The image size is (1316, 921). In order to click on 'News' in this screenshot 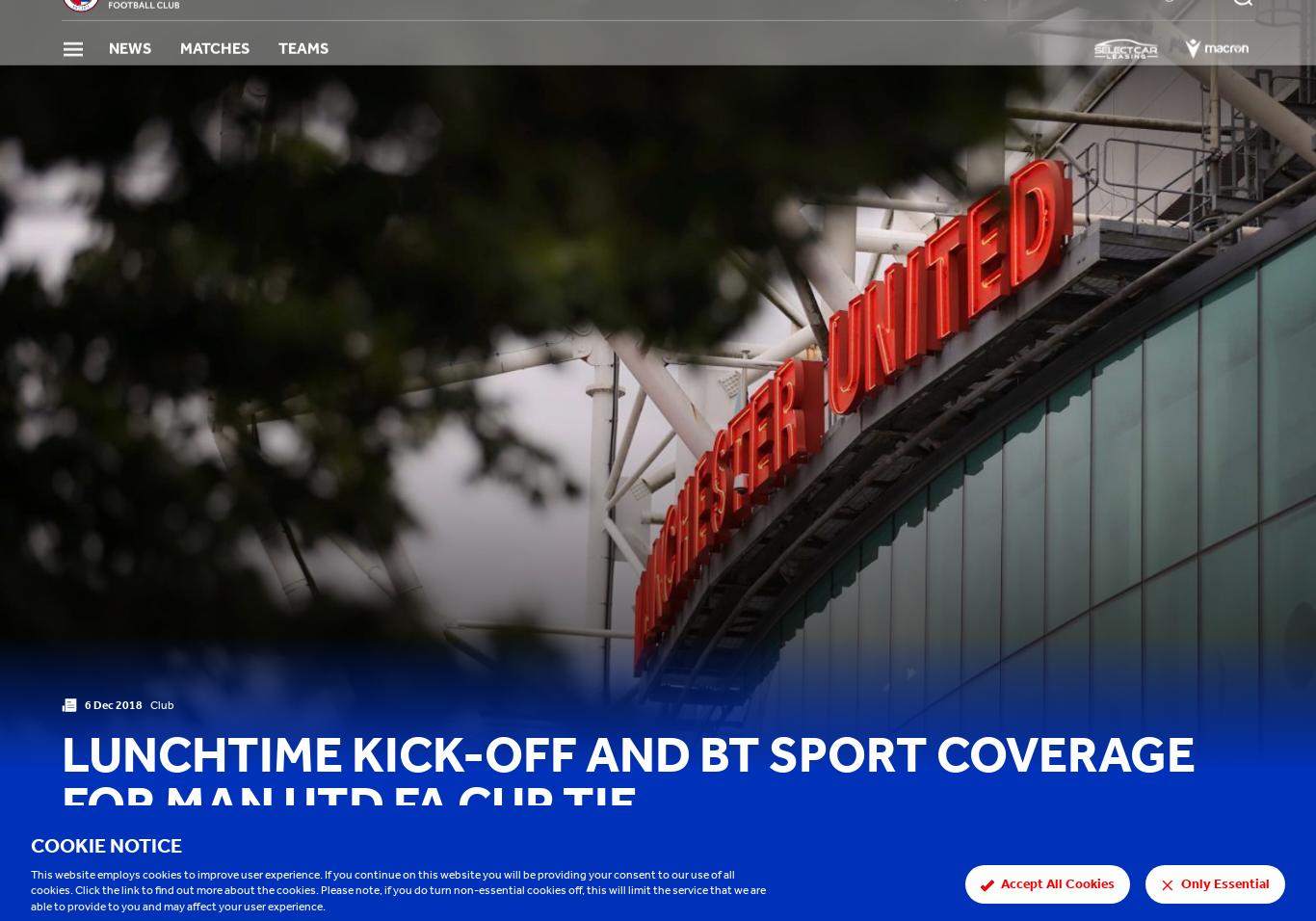, I will do `click(128, 78)`.